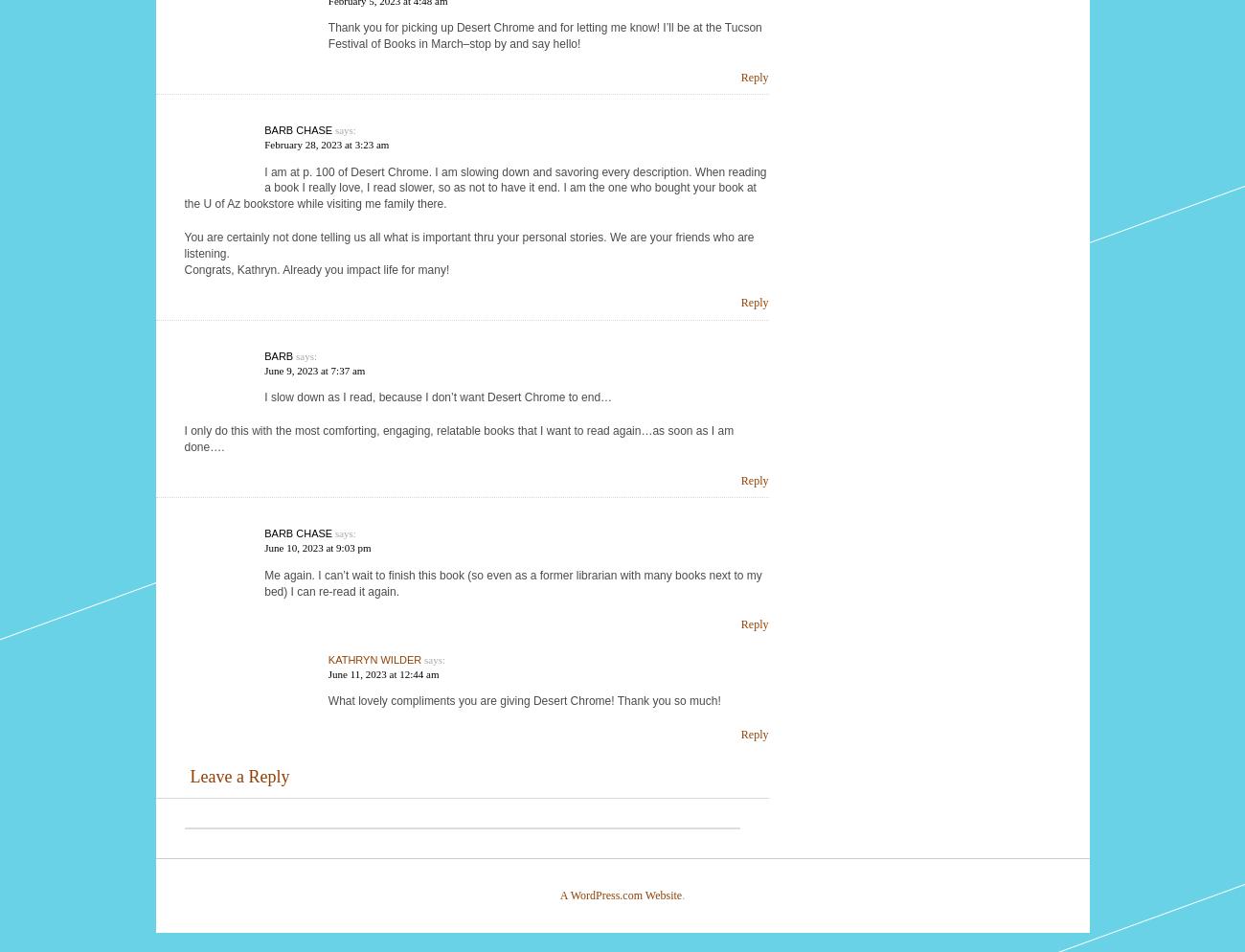 The width and height of the screenshot is (1245, 952). I want to click on 'A WordPress.com Website', so click(621, 895).